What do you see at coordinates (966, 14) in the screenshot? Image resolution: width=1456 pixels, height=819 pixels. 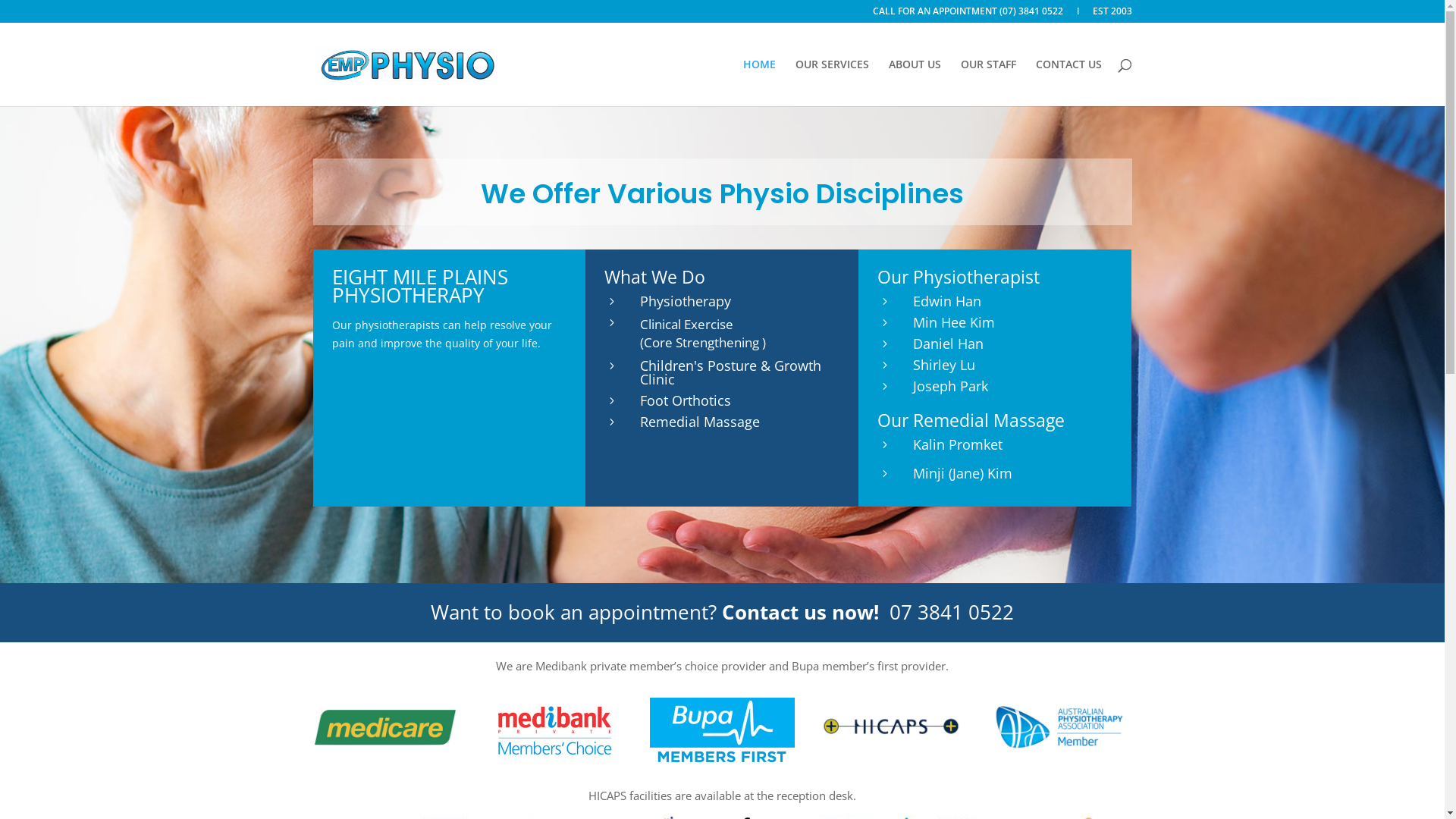 I see `'CALL FOR AN APPOINTMENT (07) 3841 0522'` at bounding box center [966, 14].